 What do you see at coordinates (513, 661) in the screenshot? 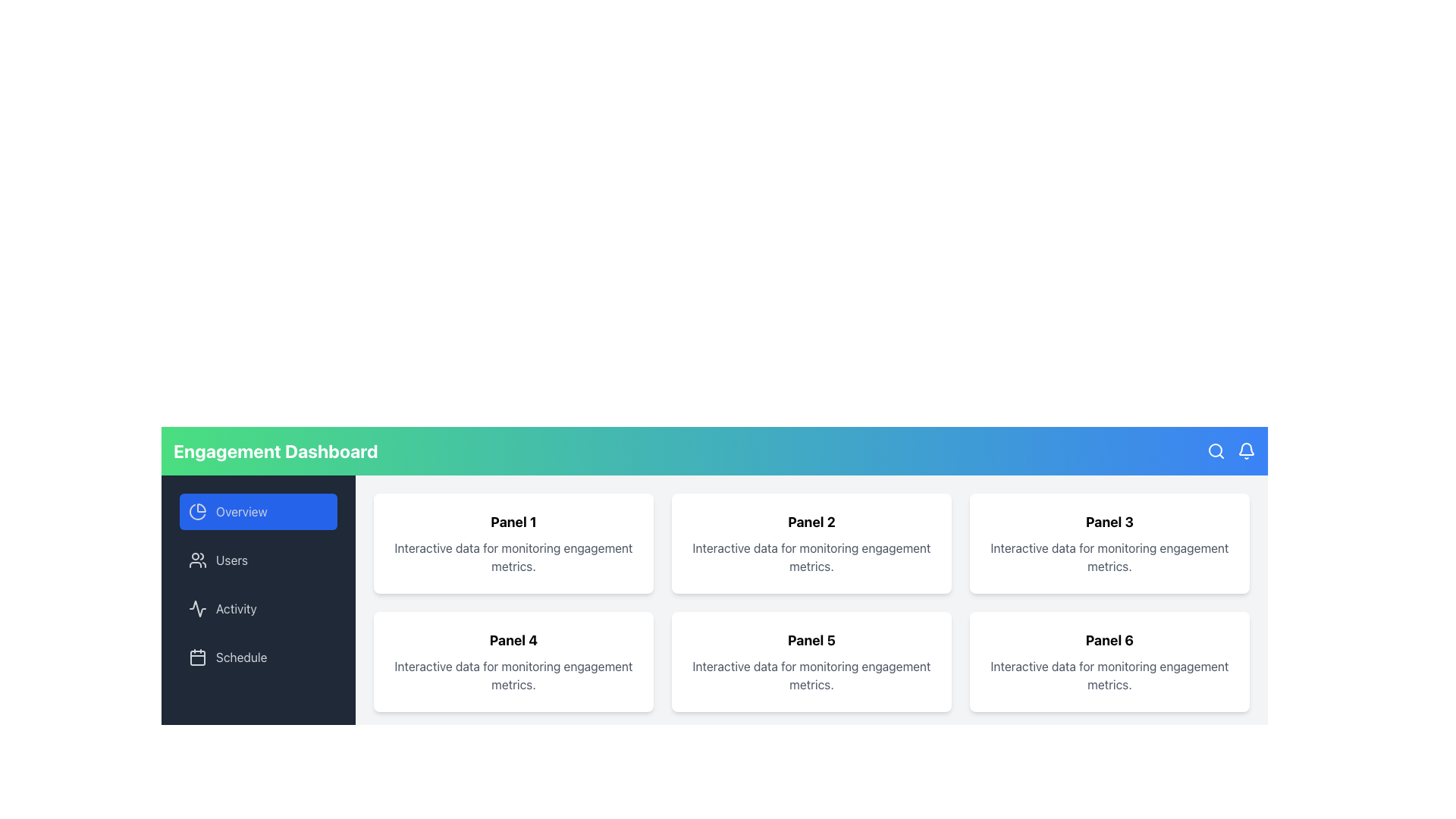
I see `the information displayed in the Informational Panel titled 'Panel 4', which contains engagement metrics data` at bounding box center [513, 661].